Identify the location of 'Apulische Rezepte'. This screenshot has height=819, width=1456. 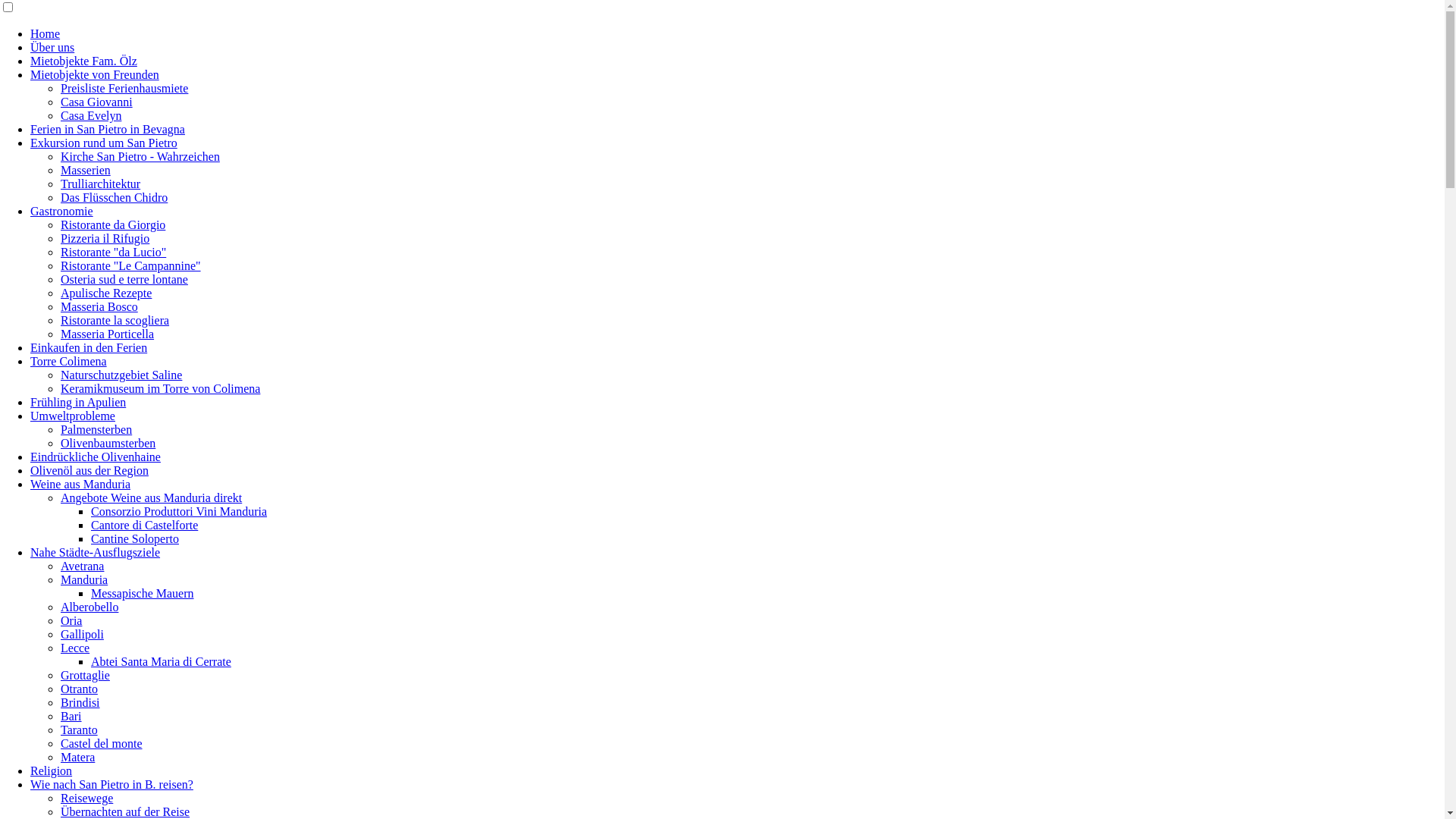
(105, 293).